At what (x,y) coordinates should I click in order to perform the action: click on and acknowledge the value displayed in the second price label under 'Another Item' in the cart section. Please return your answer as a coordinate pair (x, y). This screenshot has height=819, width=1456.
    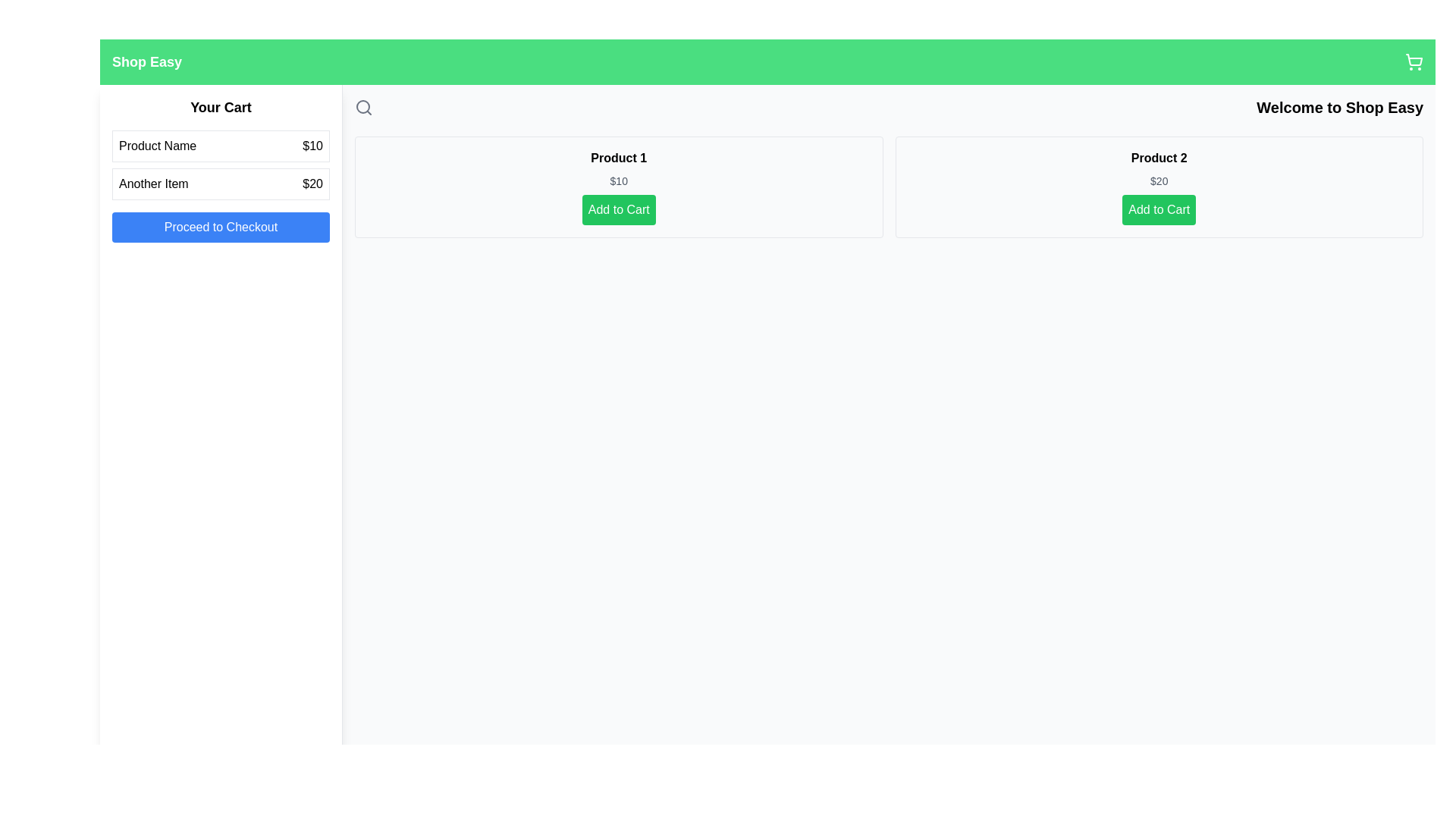
    Looking at the image, I should click on (312, 184).